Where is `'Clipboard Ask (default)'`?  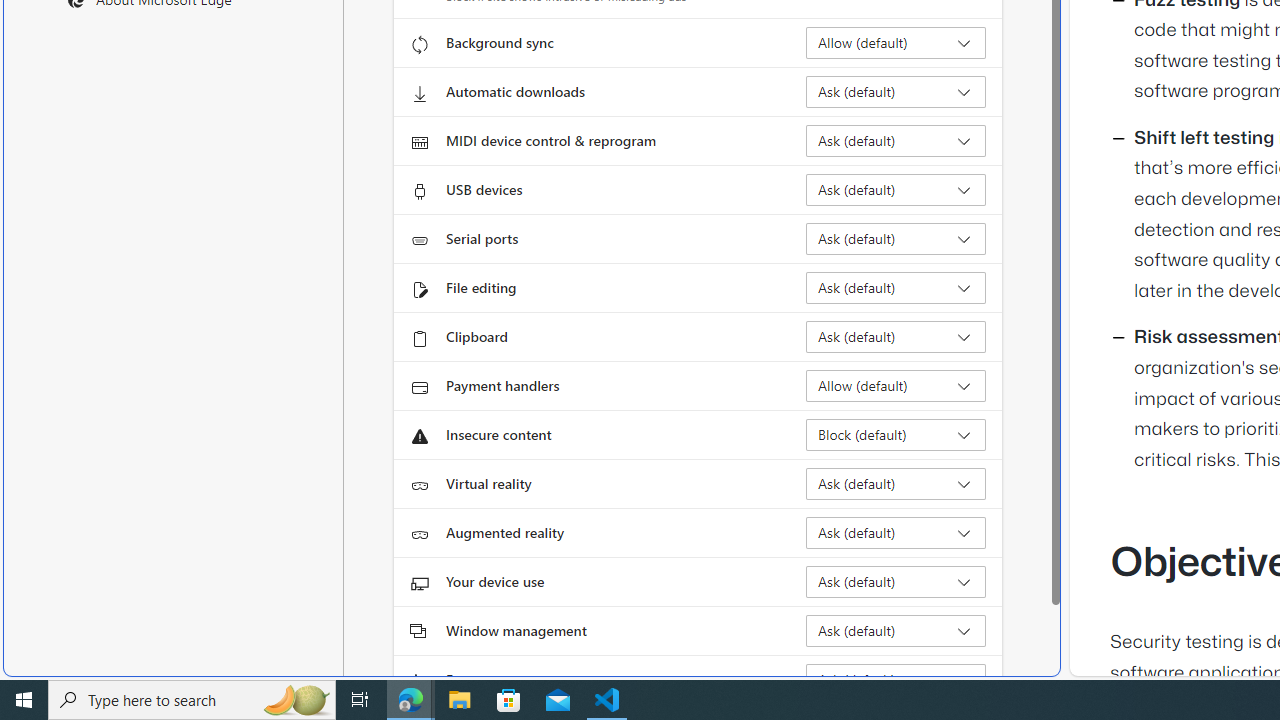 'Clipboard Ask (default)' is located at coordinates (895, 335).